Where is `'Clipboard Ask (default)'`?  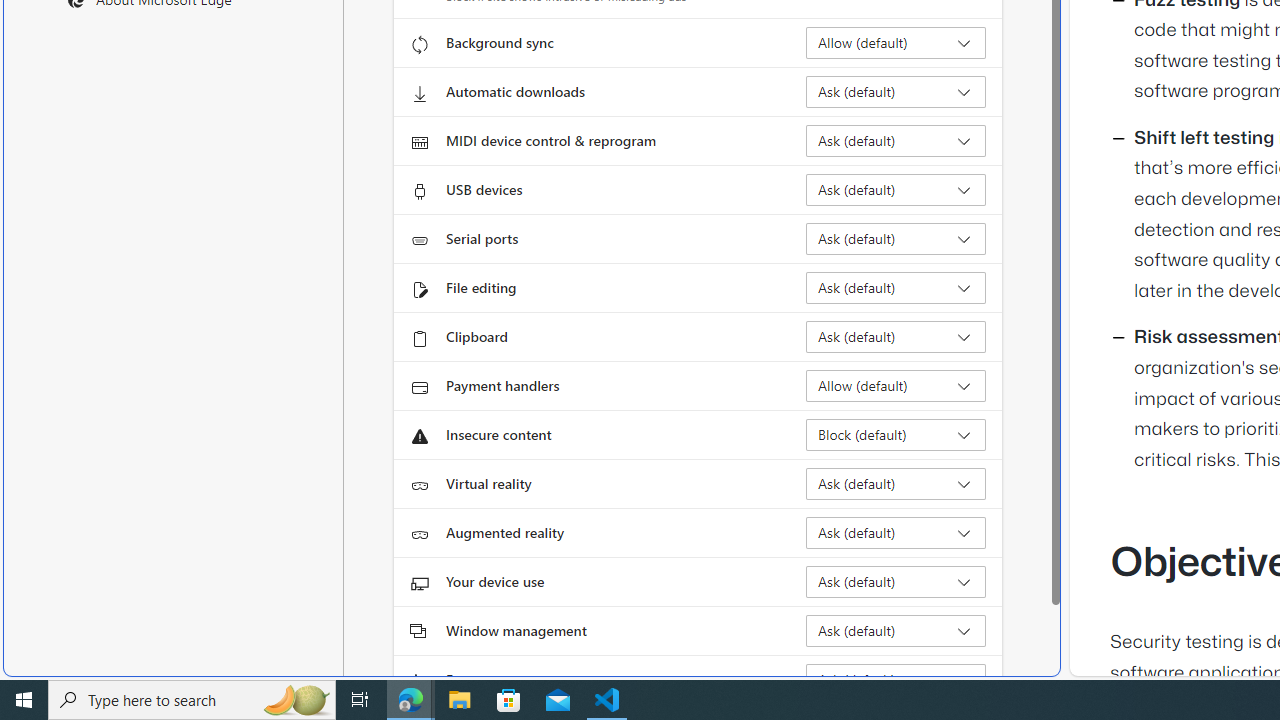 'Clipboard Ask (default)' is located at coordinates (895, 335).